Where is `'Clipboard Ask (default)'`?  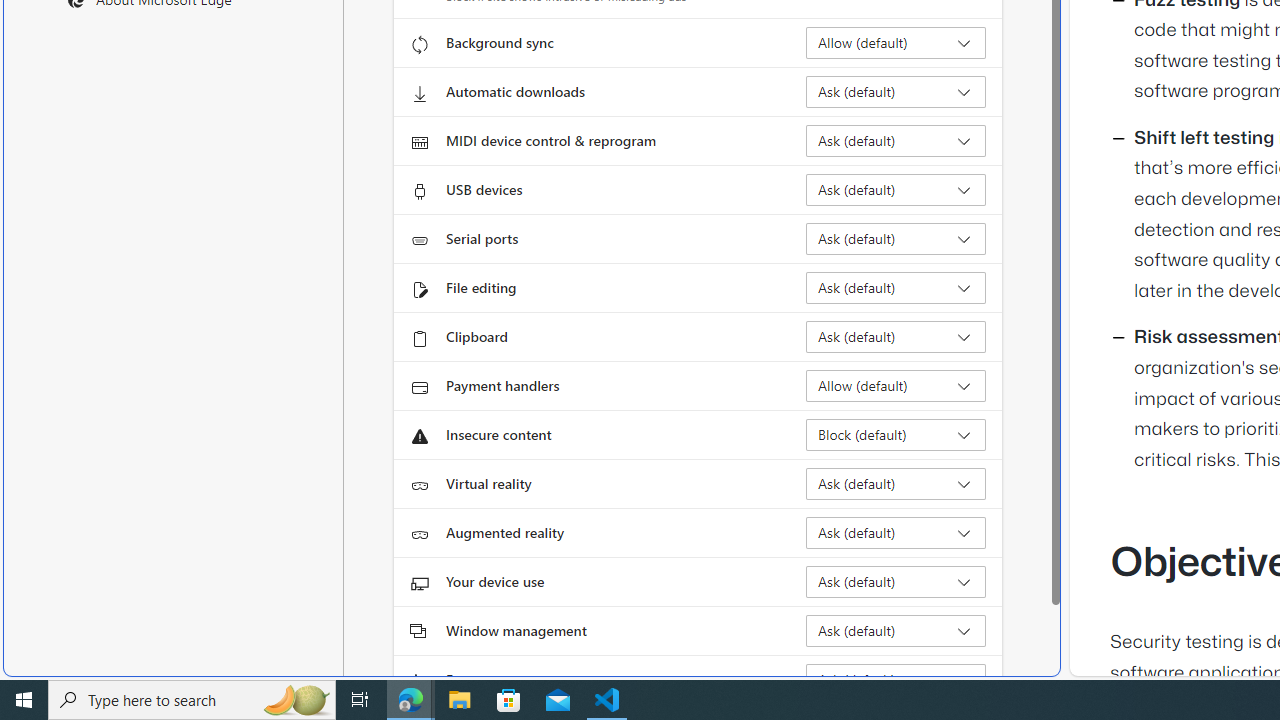 'Clipboard Ask (default)' is located at coordinates (895, 335).